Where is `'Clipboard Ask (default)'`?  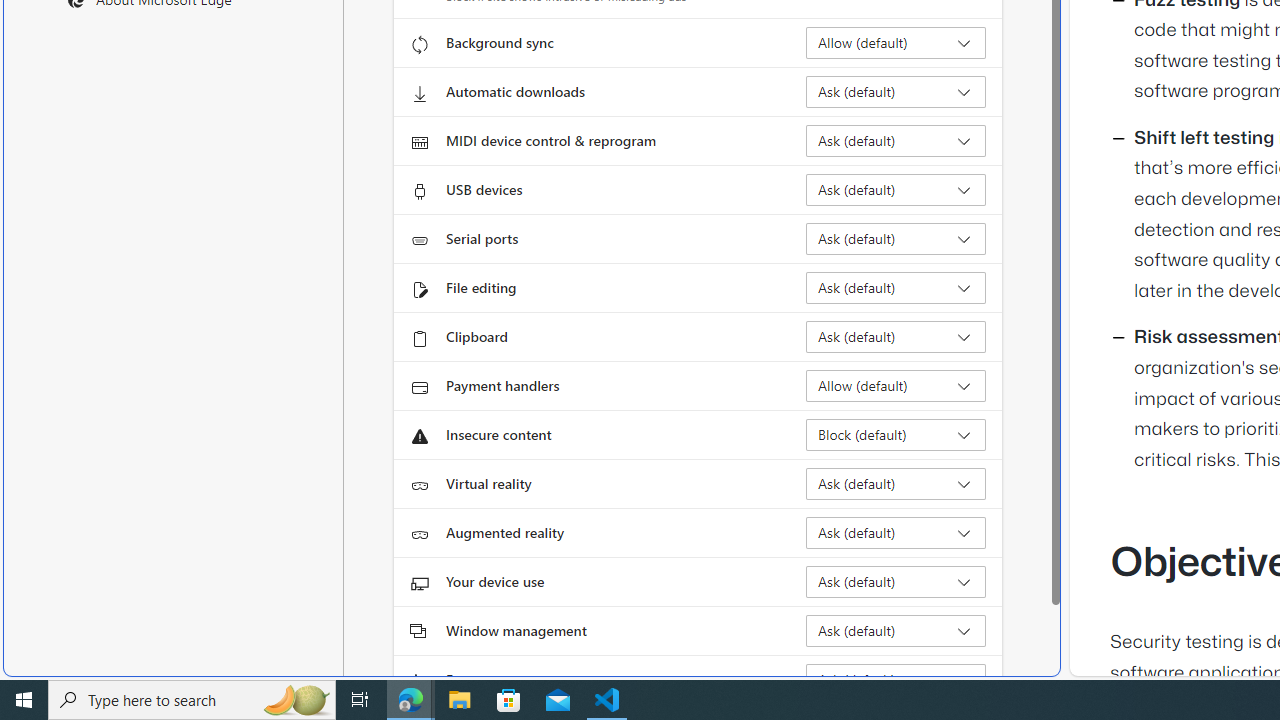 'Clipboard Ask (default)' is located at coordinates (895, 335).